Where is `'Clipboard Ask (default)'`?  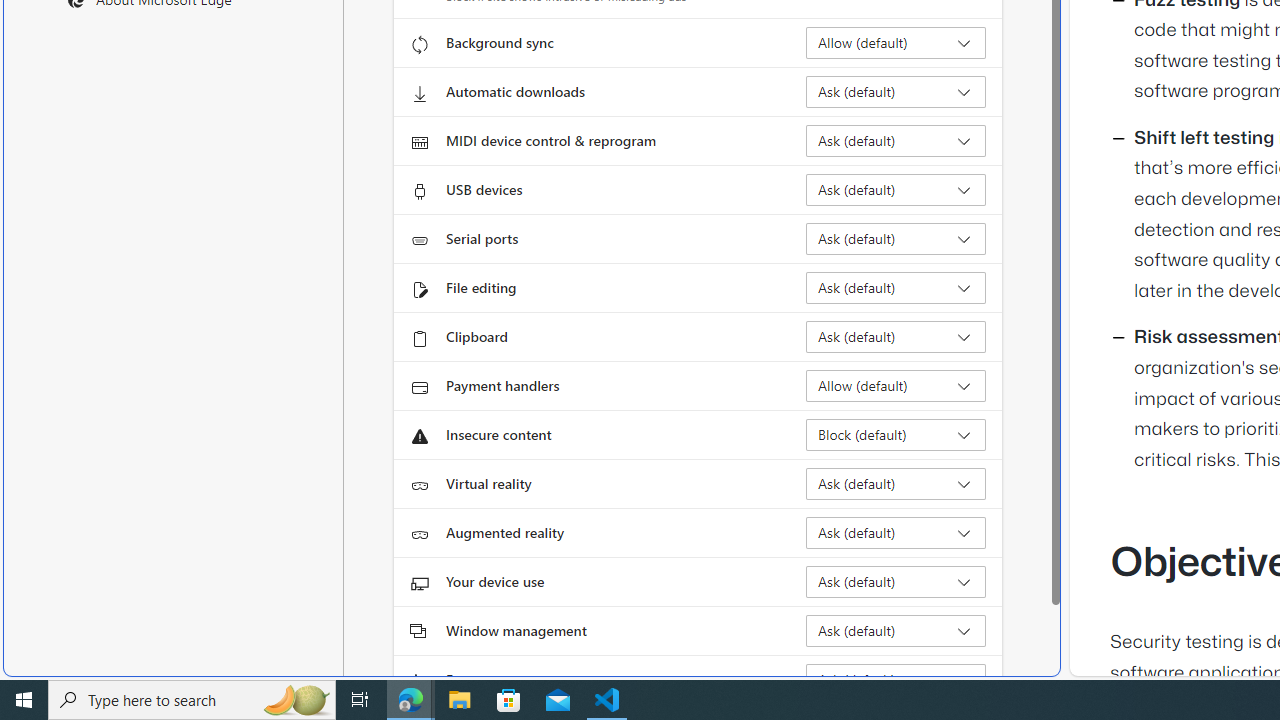 'Clipboard Ask (default)' is located at coordinates (895, 335).